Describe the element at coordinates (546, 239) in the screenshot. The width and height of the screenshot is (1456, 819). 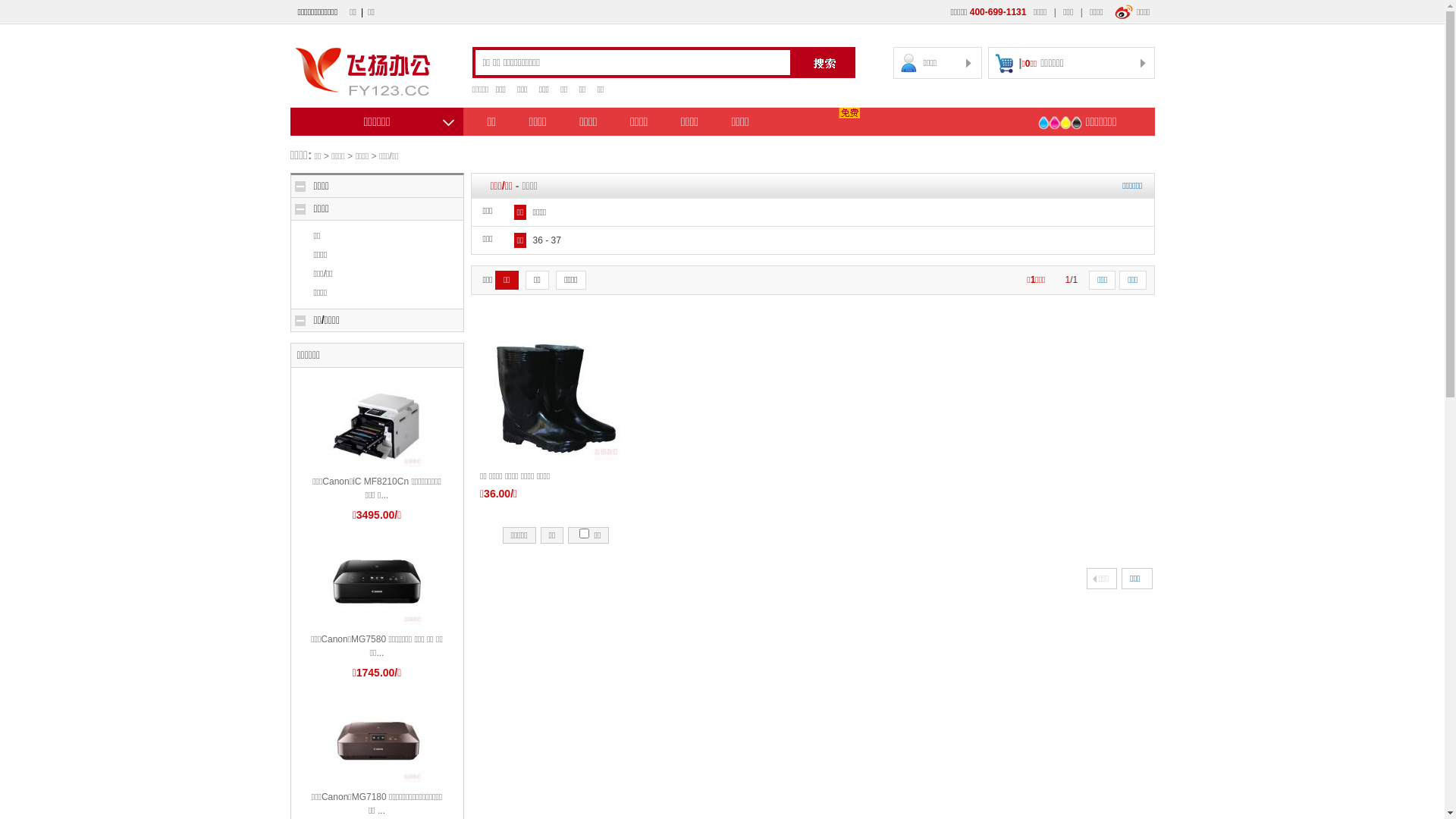
I see `'36 - 37'` at that location.